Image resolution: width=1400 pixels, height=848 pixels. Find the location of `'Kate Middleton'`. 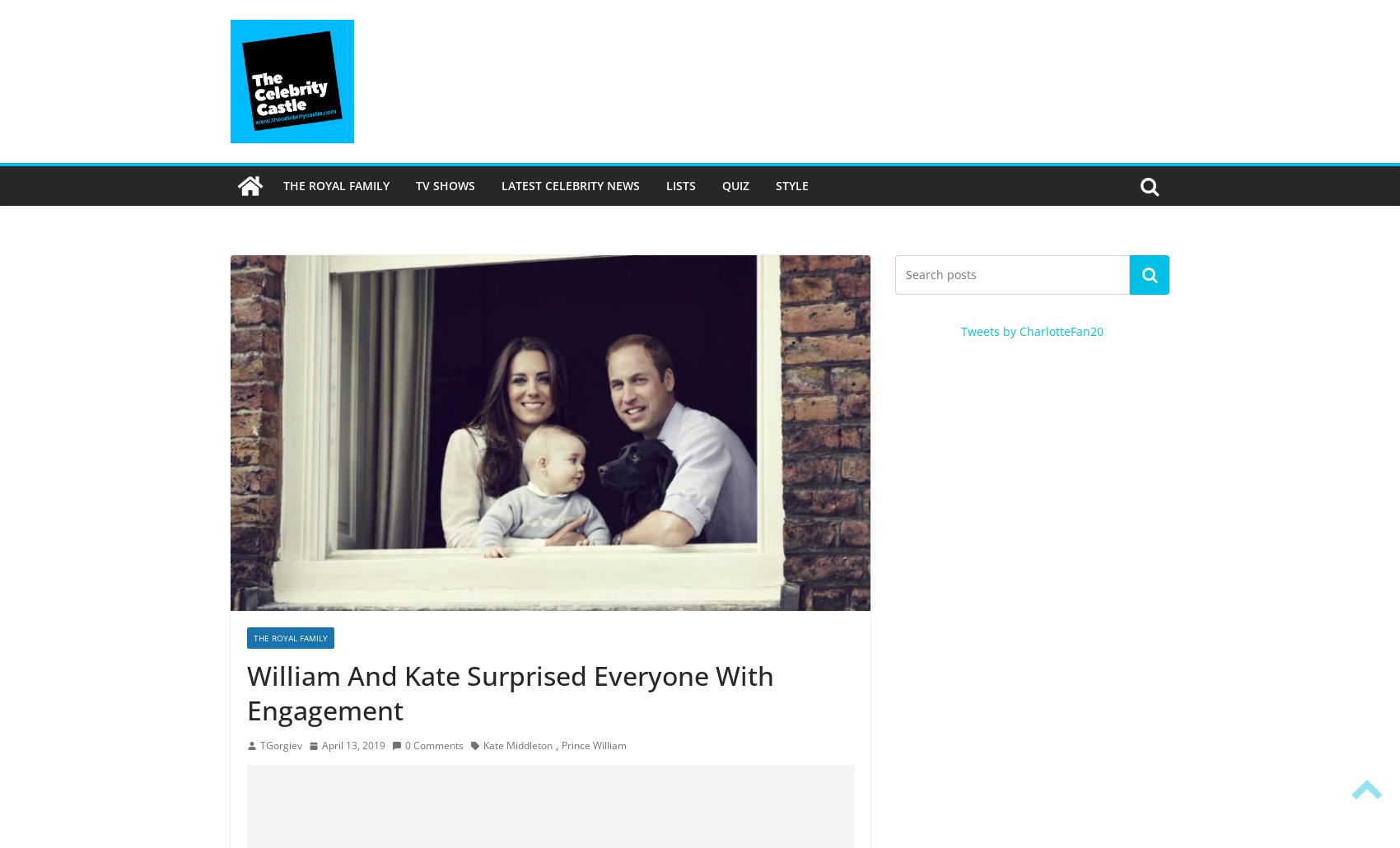

'Kate Middleton' is located at coordinates (483, 745).